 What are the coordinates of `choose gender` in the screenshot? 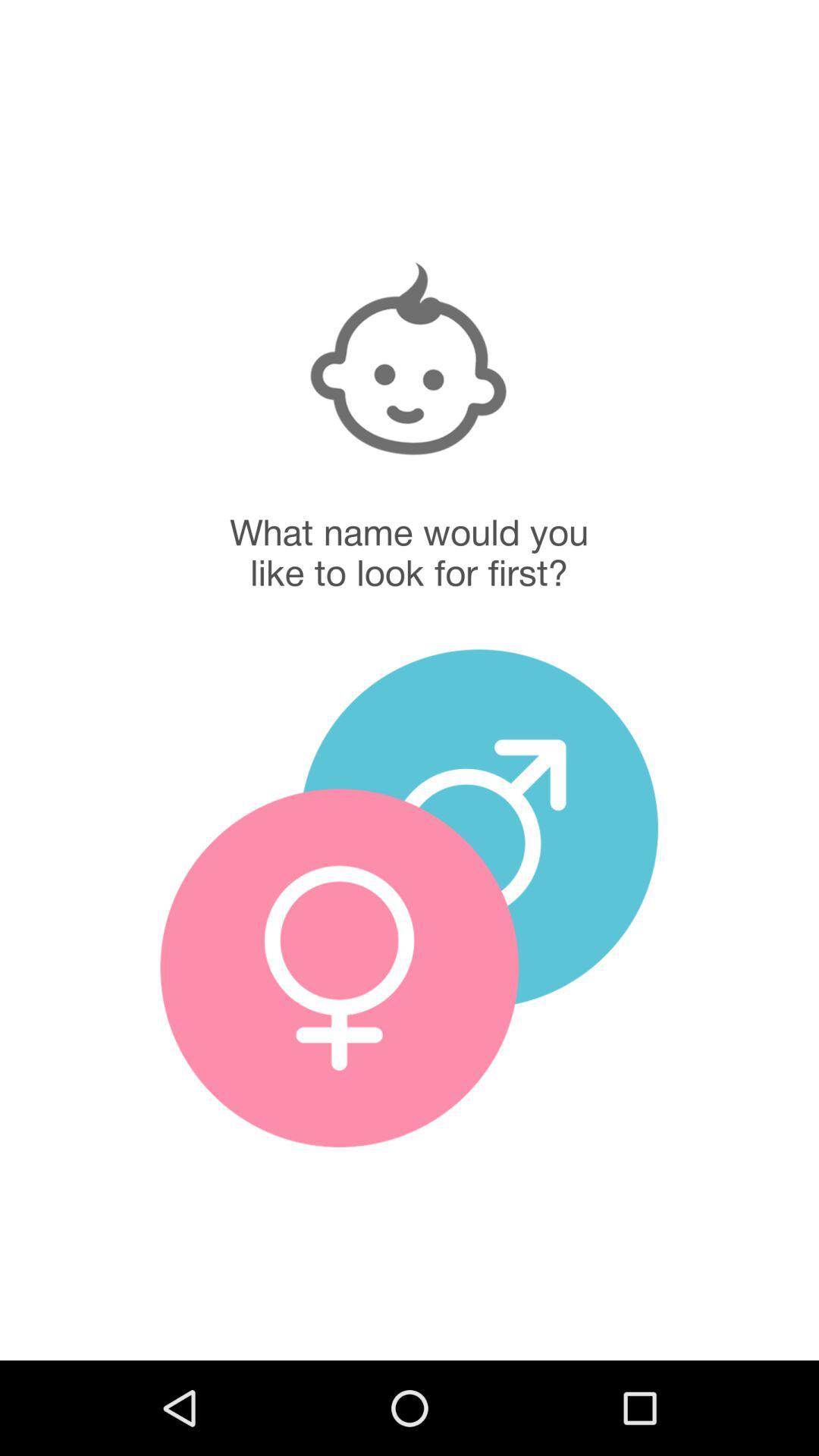 It's located at (479, 827).